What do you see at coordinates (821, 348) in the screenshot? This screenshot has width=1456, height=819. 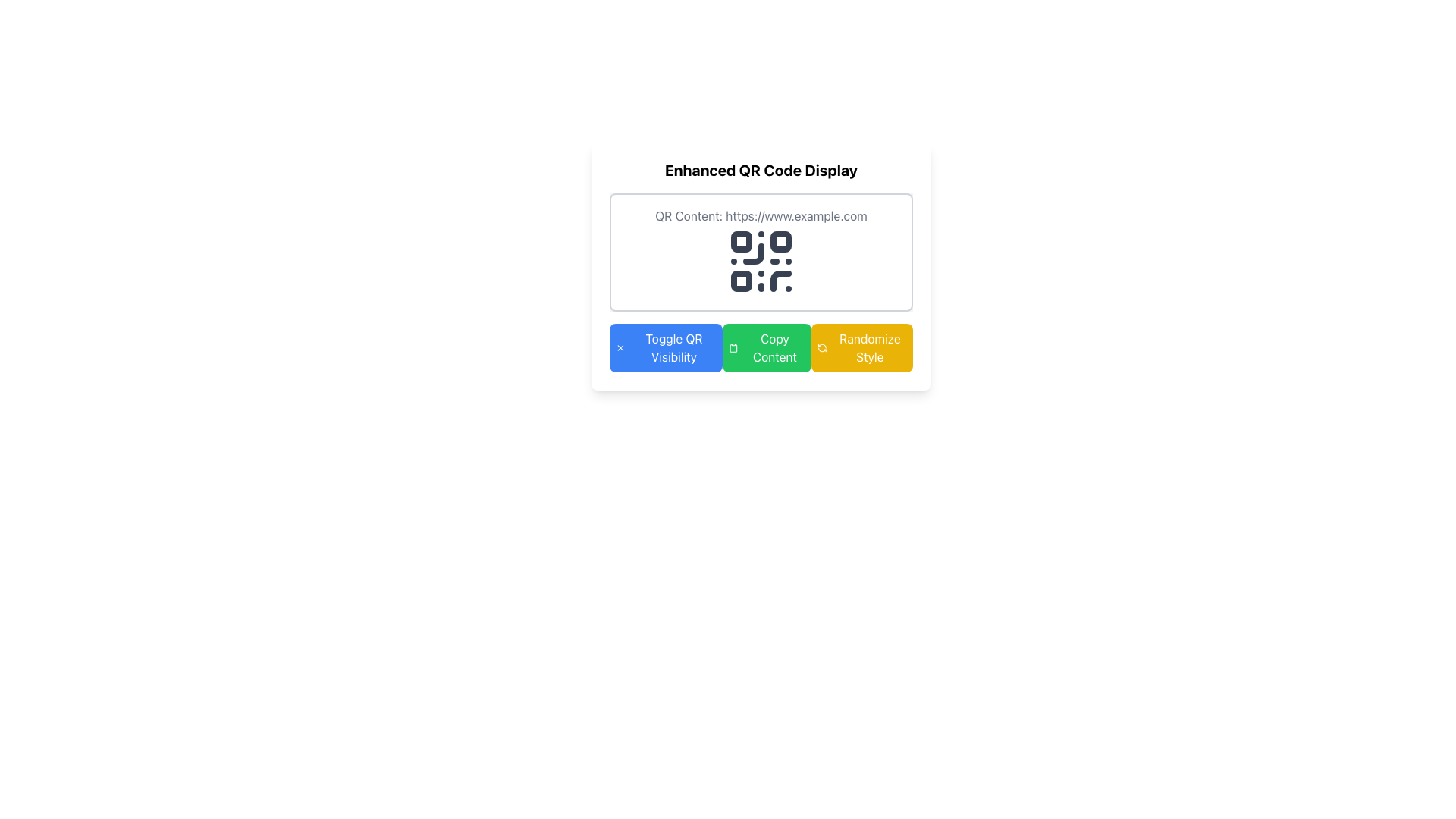 I see `the circular yellow refresh icon located within the 'Randomize Style' button` at bounding box center [821, 348].